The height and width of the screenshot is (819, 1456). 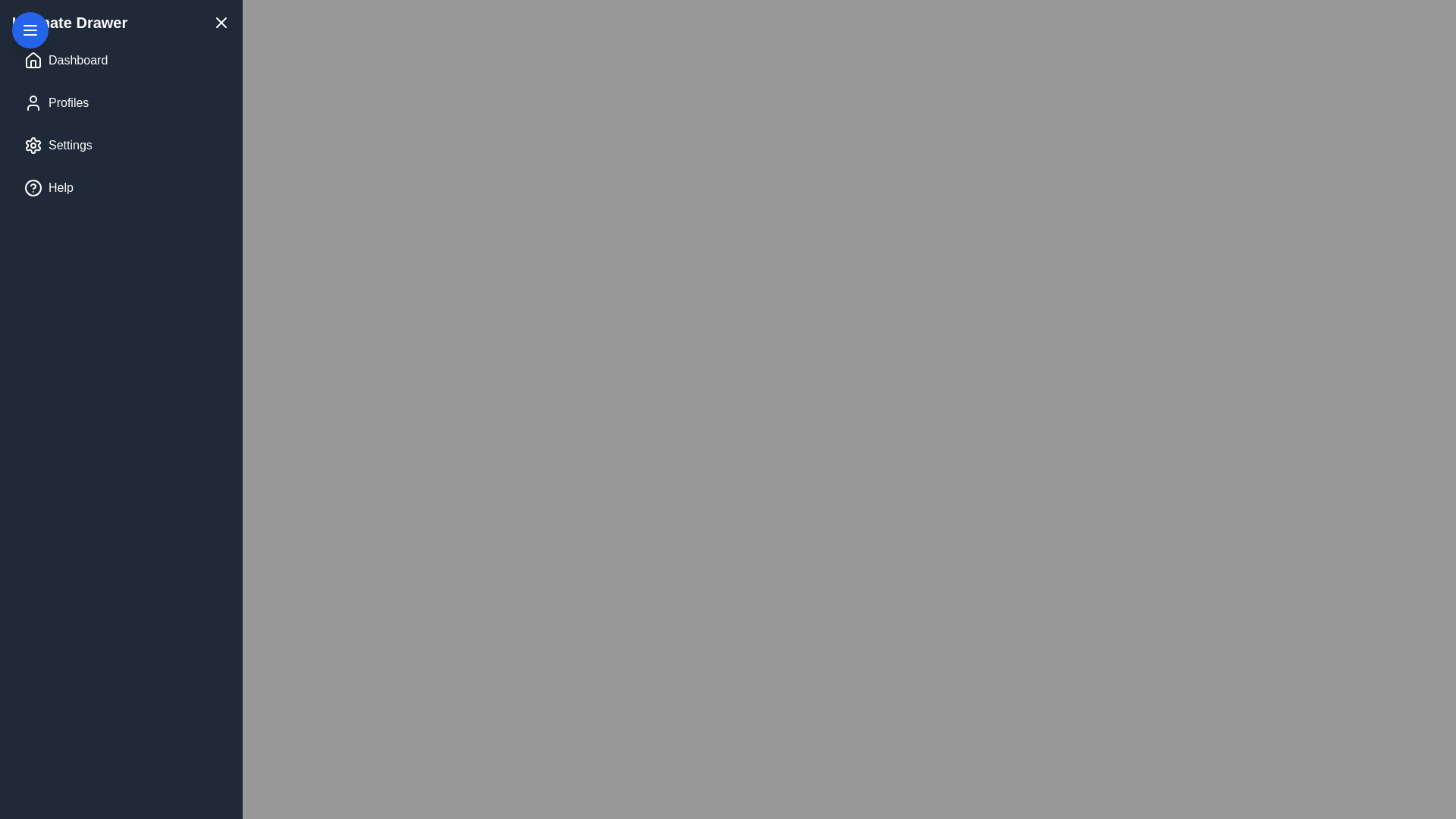 I want to click on the cog icon in the settings section of the sidebar menu, so click(x=33, y=146).